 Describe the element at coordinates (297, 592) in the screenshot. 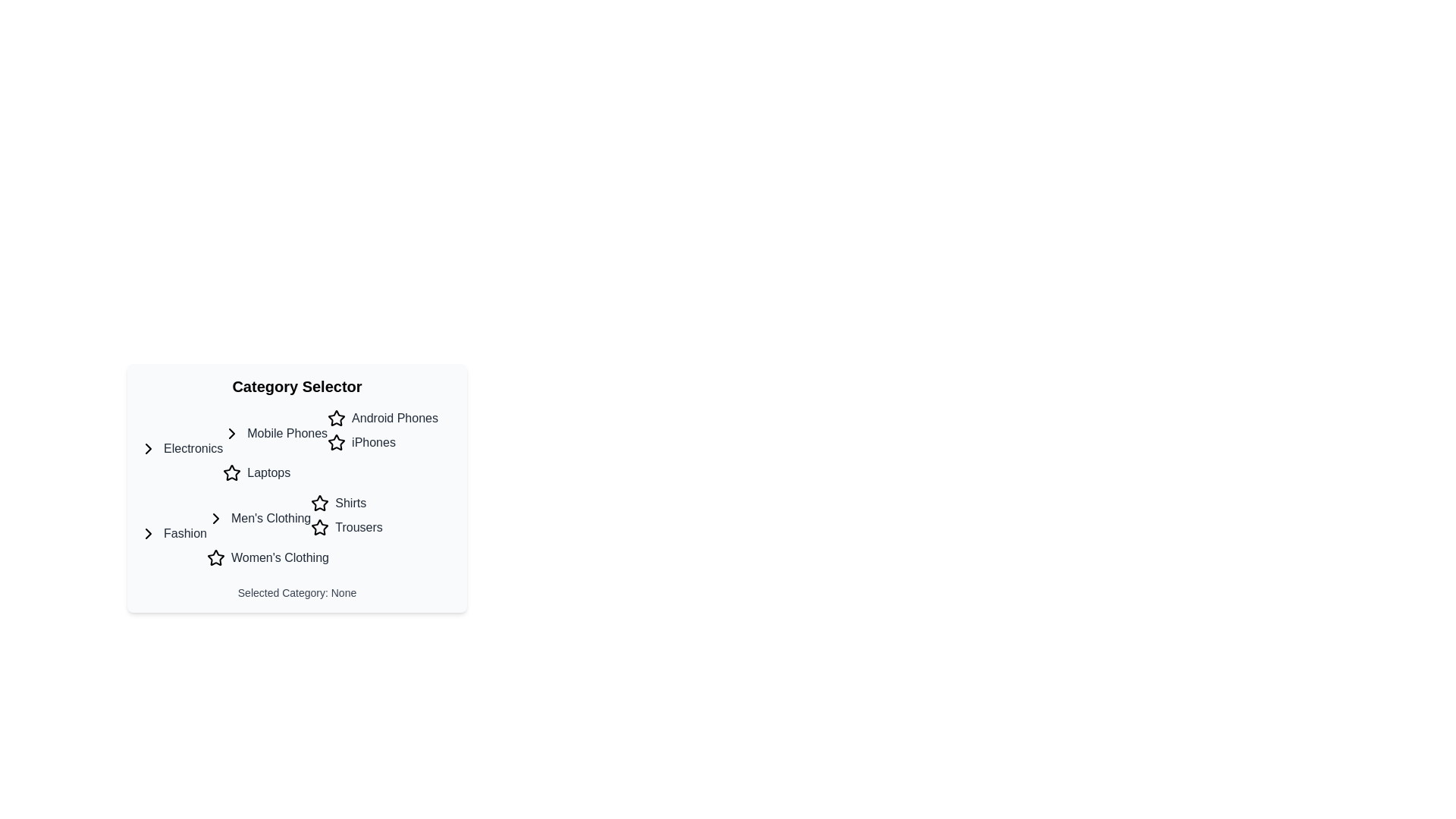

I see `the static text displaying 'Selected Category: None', which is located in the lower segment of the category selection panel` at that location.